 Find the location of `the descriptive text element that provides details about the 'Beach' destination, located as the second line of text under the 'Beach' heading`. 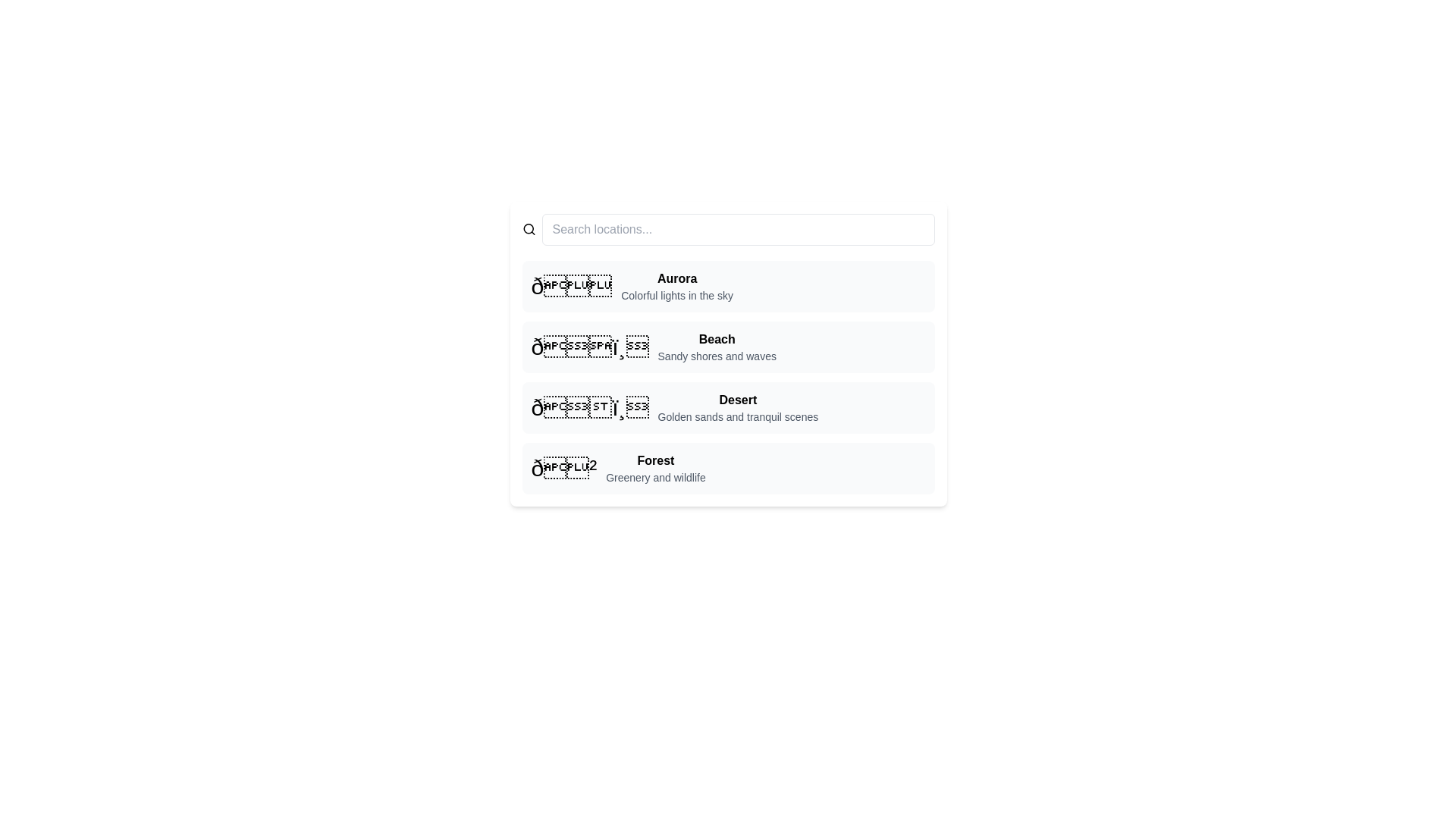

the descriptive text element that provides details about the 'Beach' destination, located as the second line of text under the 'Beach' heading is located at coordinates (716, 356).